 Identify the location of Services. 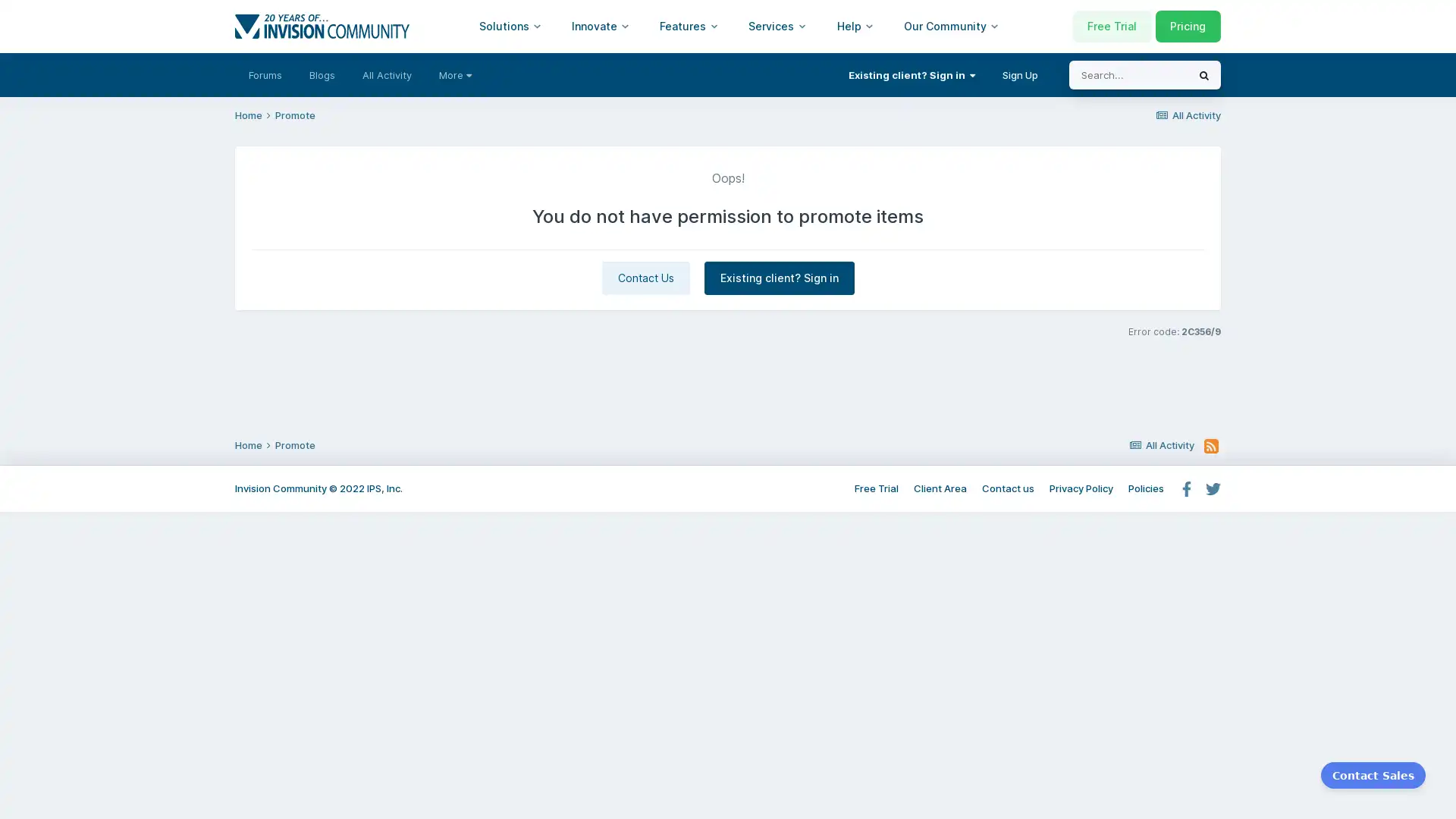
(777, 26).